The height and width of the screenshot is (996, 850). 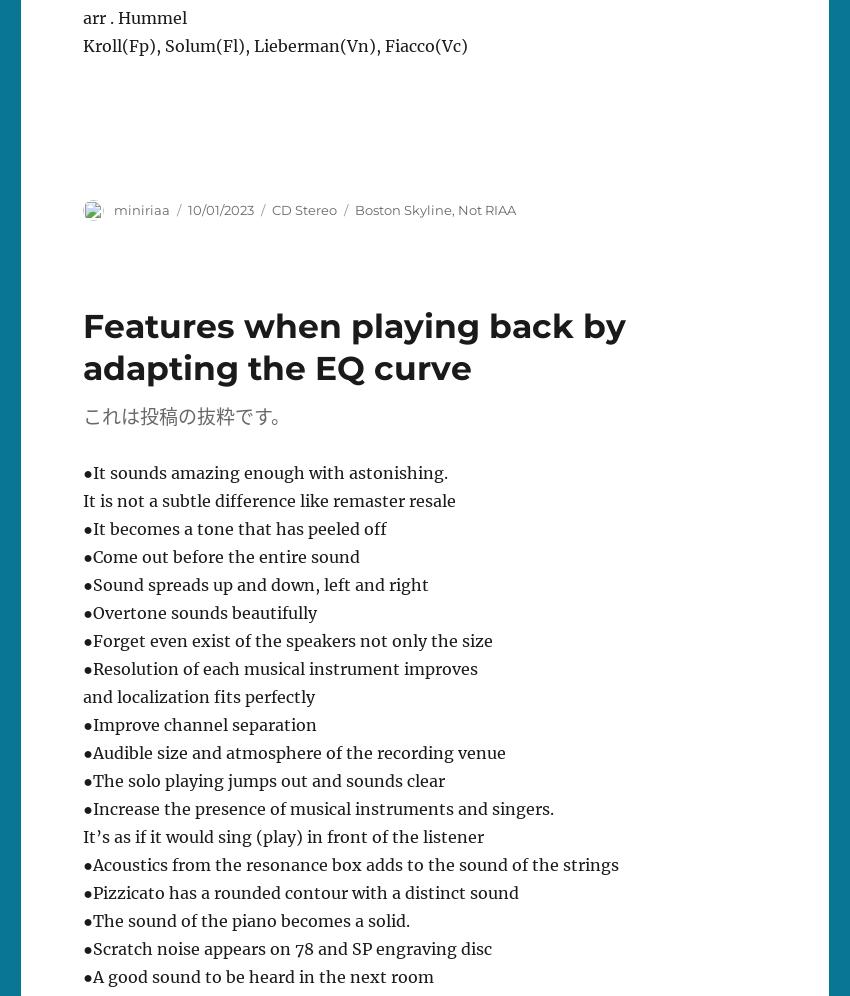 What do you see at coordinates (290, 640) in the screenshot?
I see `'Forget even exist of the speakers not only the size'` at bounding box center [290, 640].